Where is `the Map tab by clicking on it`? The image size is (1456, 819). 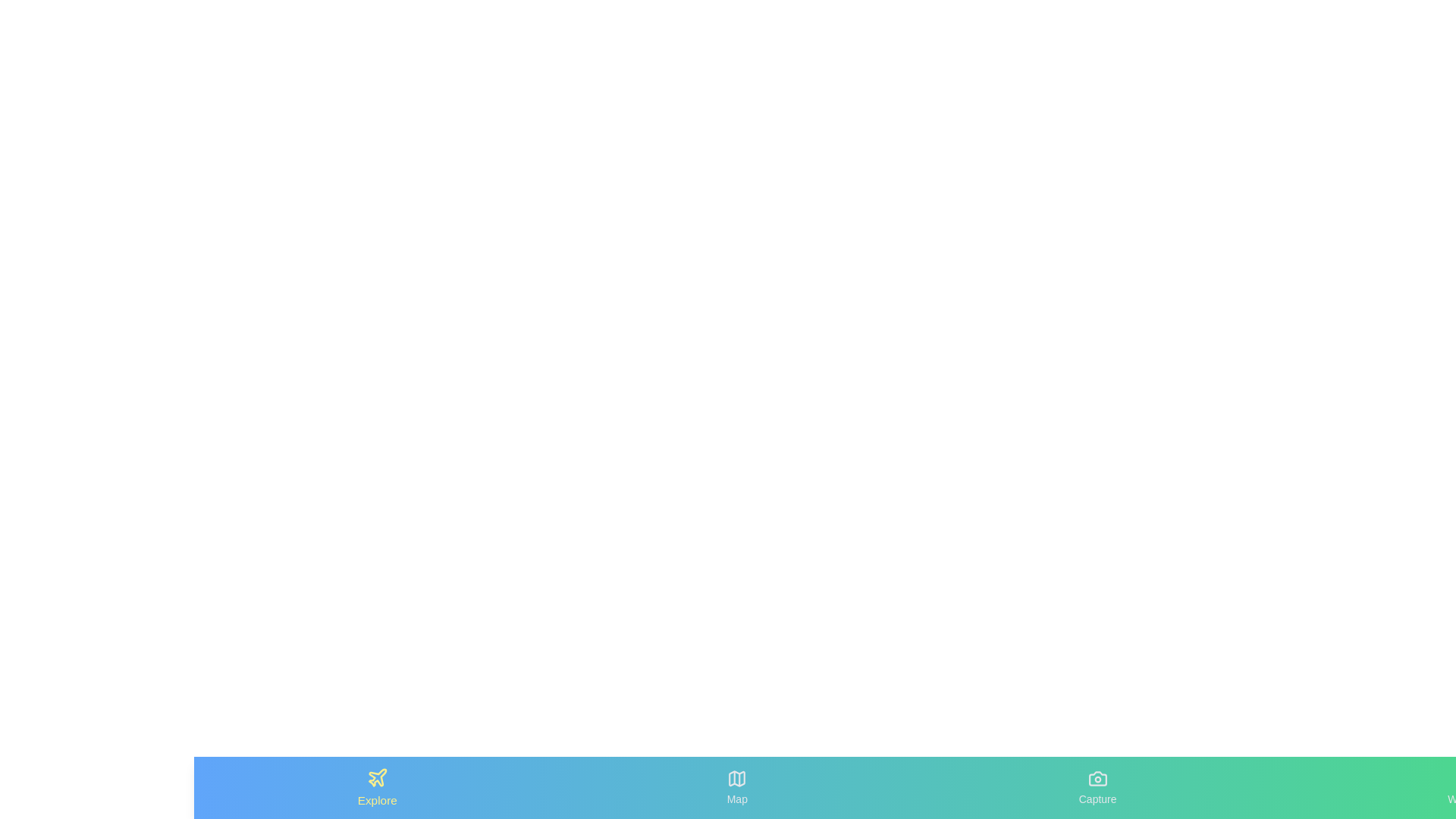
the Map tab by clicking on it is located at coordinates (736, 786).